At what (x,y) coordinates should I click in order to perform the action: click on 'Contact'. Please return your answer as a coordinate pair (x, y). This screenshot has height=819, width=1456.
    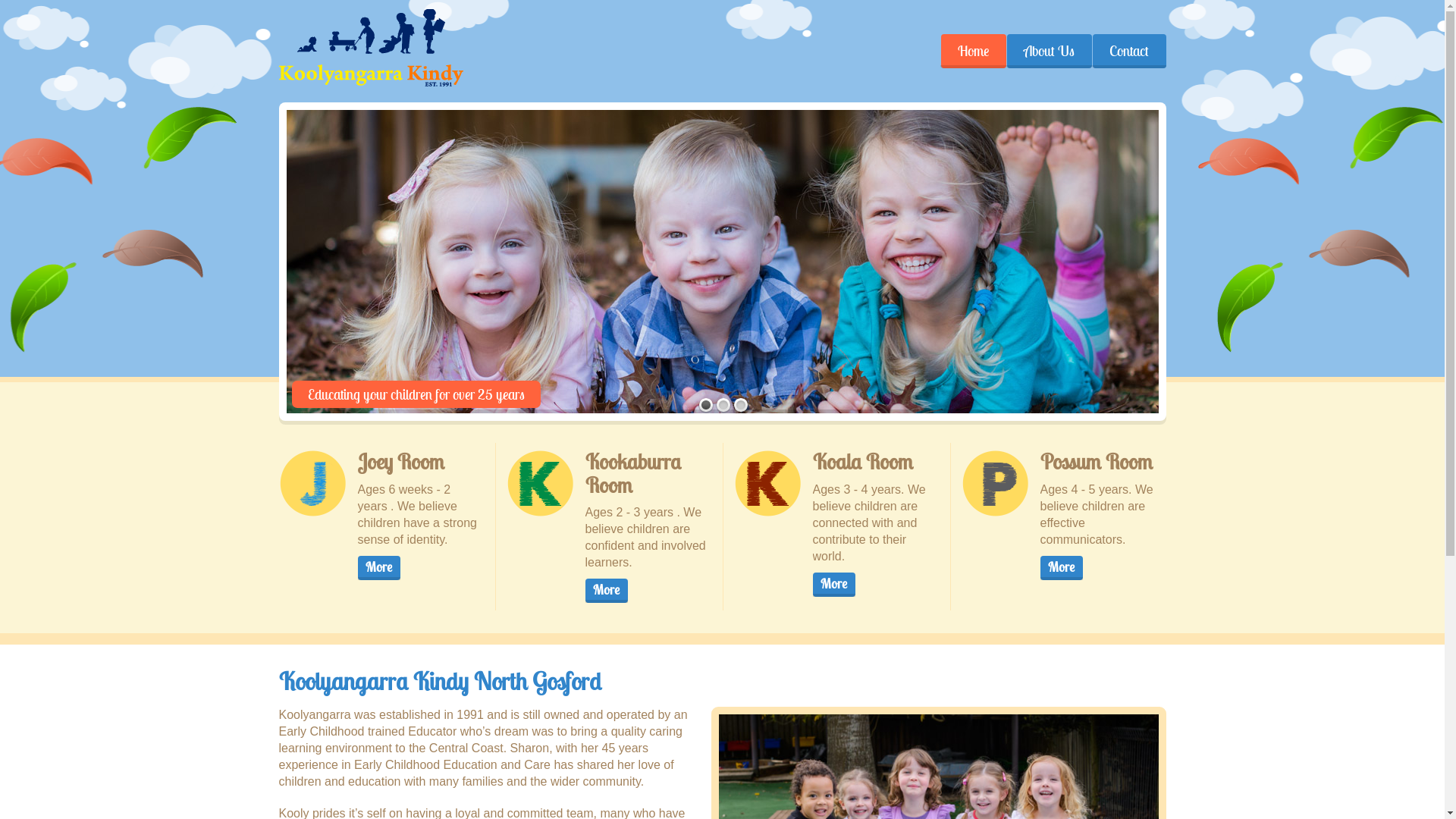
    Looking at the image, I should click on (1092, 50).